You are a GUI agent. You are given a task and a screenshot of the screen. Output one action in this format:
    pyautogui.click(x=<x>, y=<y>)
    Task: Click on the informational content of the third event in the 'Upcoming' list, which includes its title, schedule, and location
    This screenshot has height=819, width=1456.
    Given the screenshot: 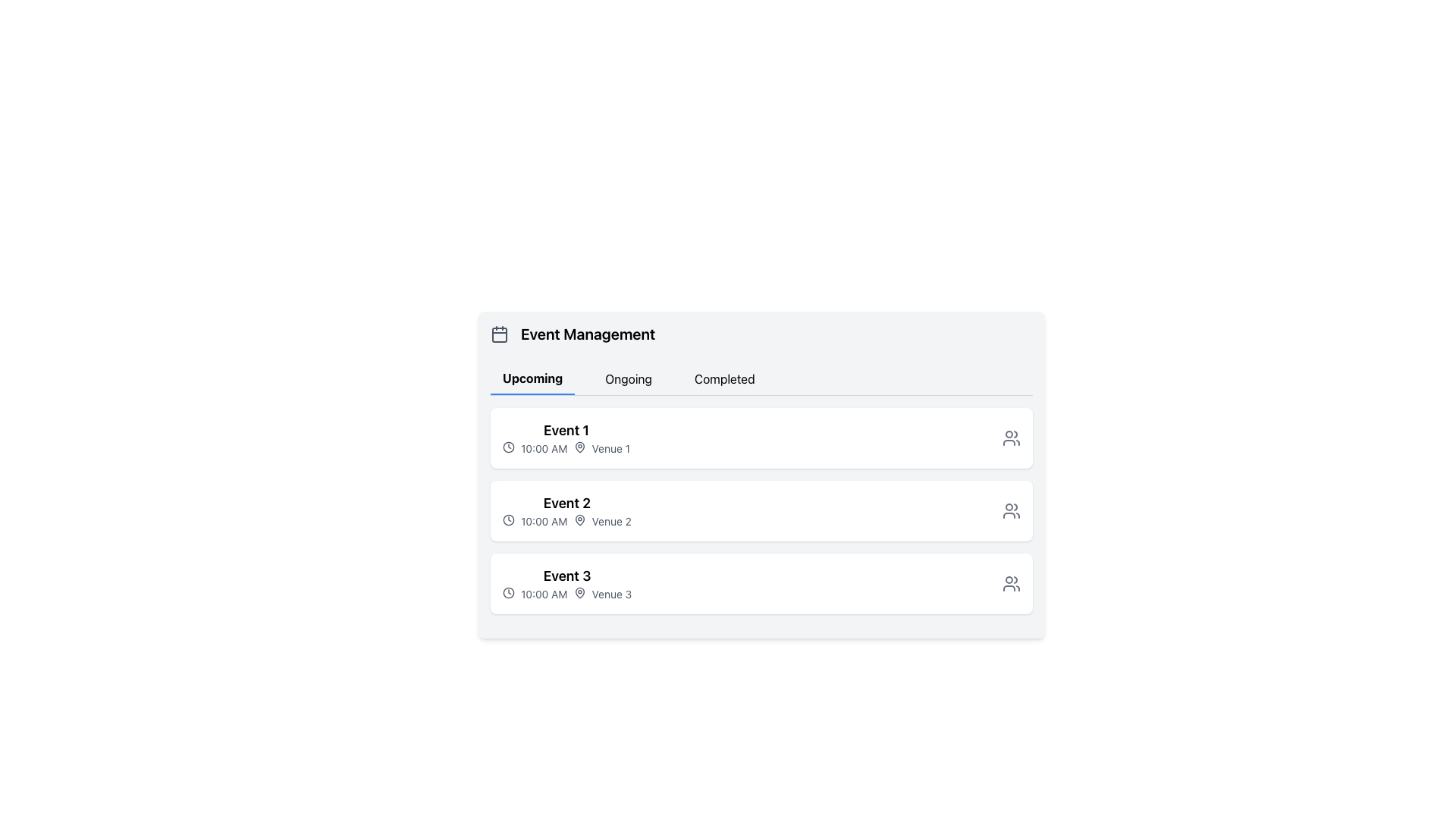 What is the action you would take?
    pyautogui.click(x=566, y=583)
    